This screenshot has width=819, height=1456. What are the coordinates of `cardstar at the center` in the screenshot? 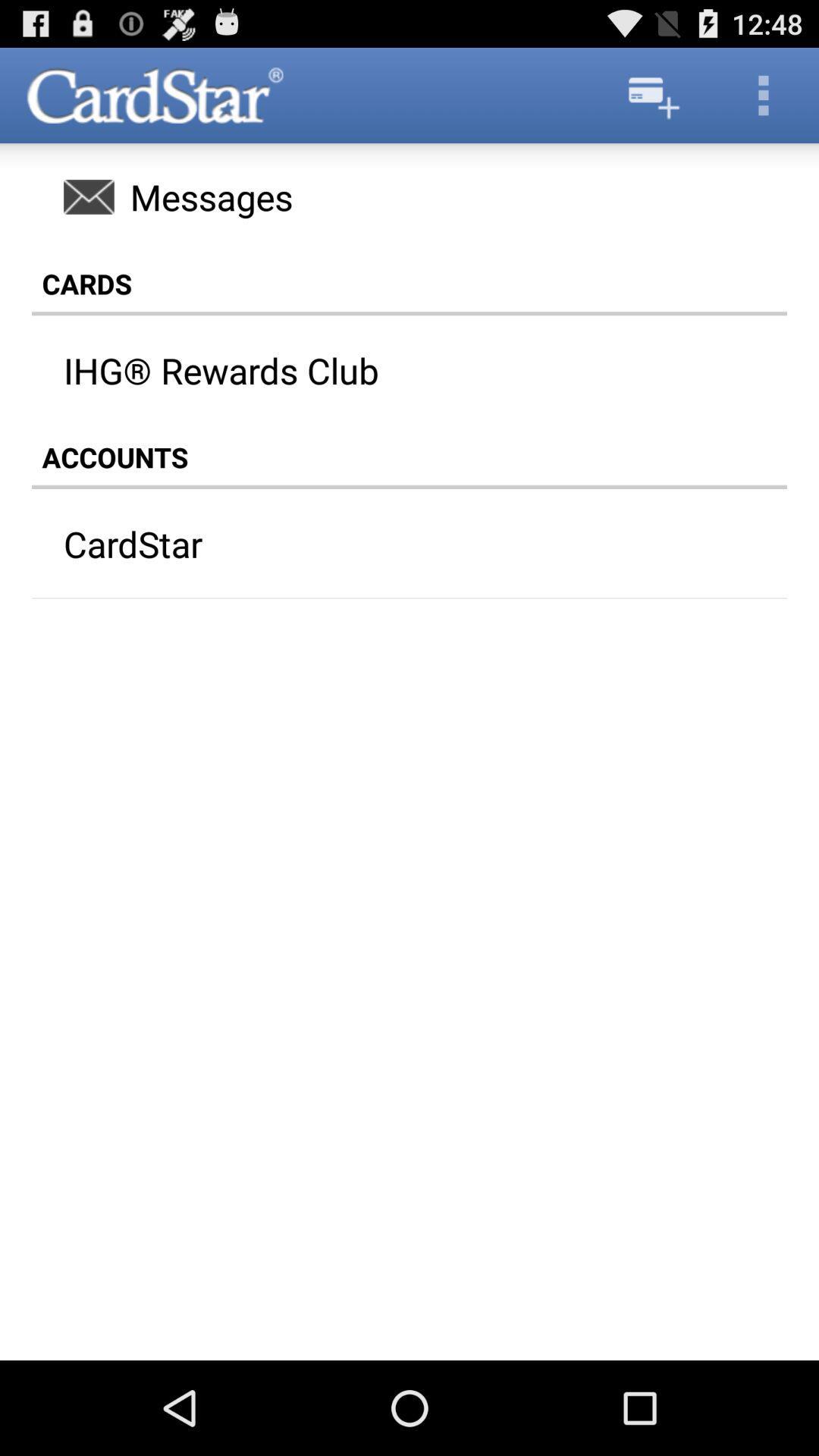 It's located at (379, 544).